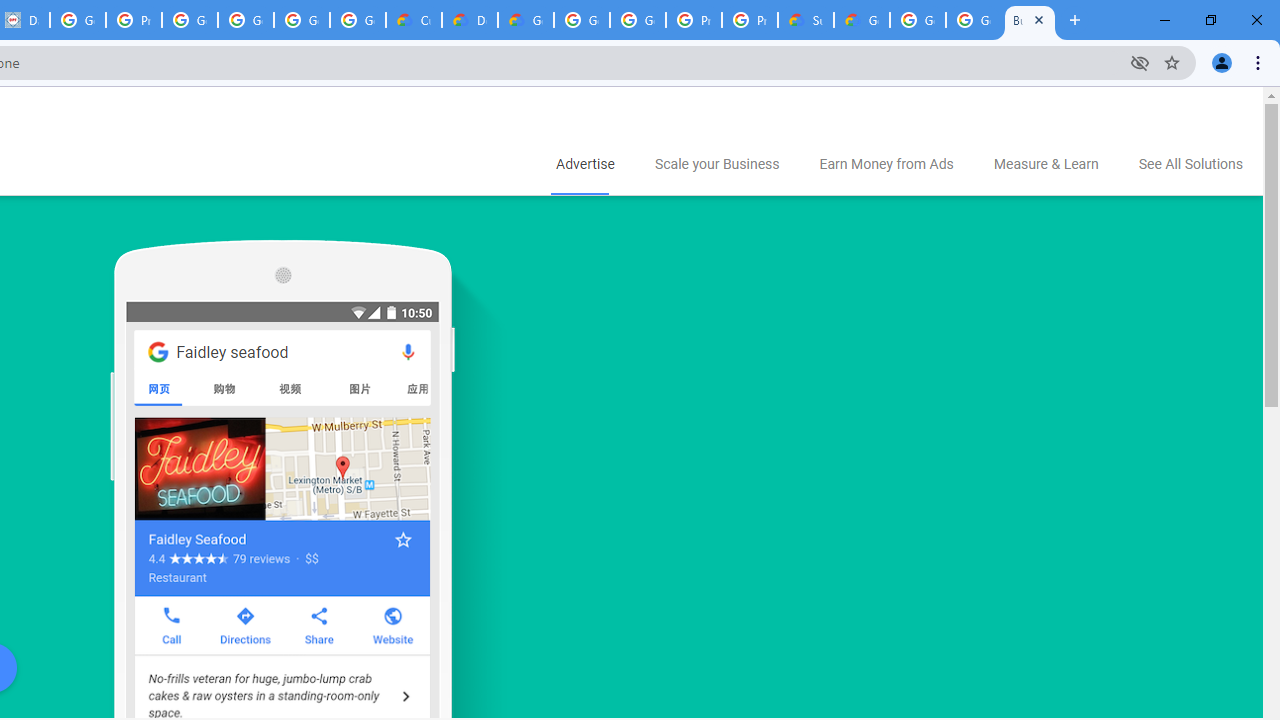 Image resolution: width=1280 pixels, height=720 pixels. I want to click on 'See All Solutions', so click(1190, 164).